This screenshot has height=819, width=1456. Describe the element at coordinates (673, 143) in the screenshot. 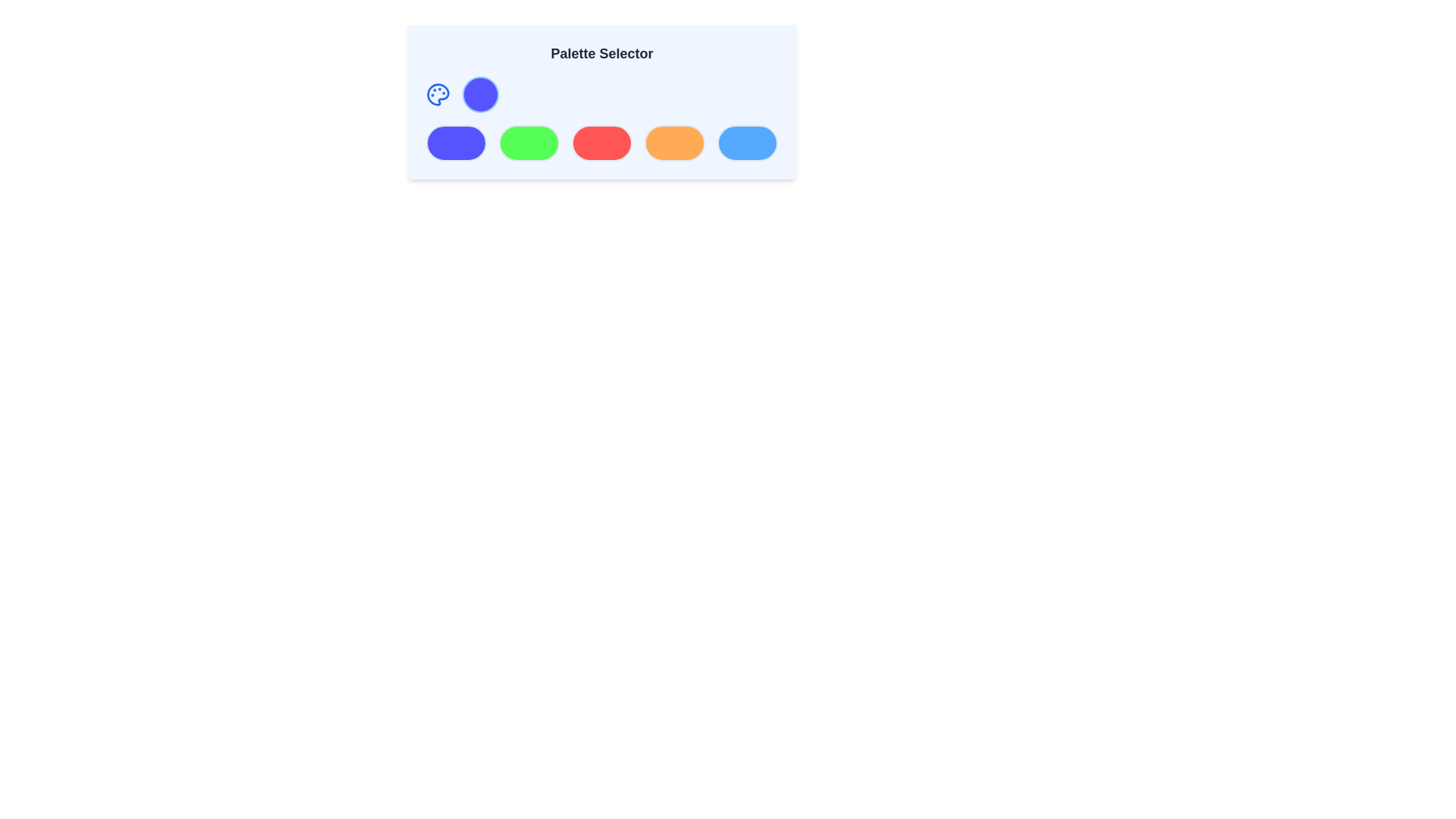

I see `the orange rounded rectangular button located to the right of the red button and to the left of the blue button` at that location.